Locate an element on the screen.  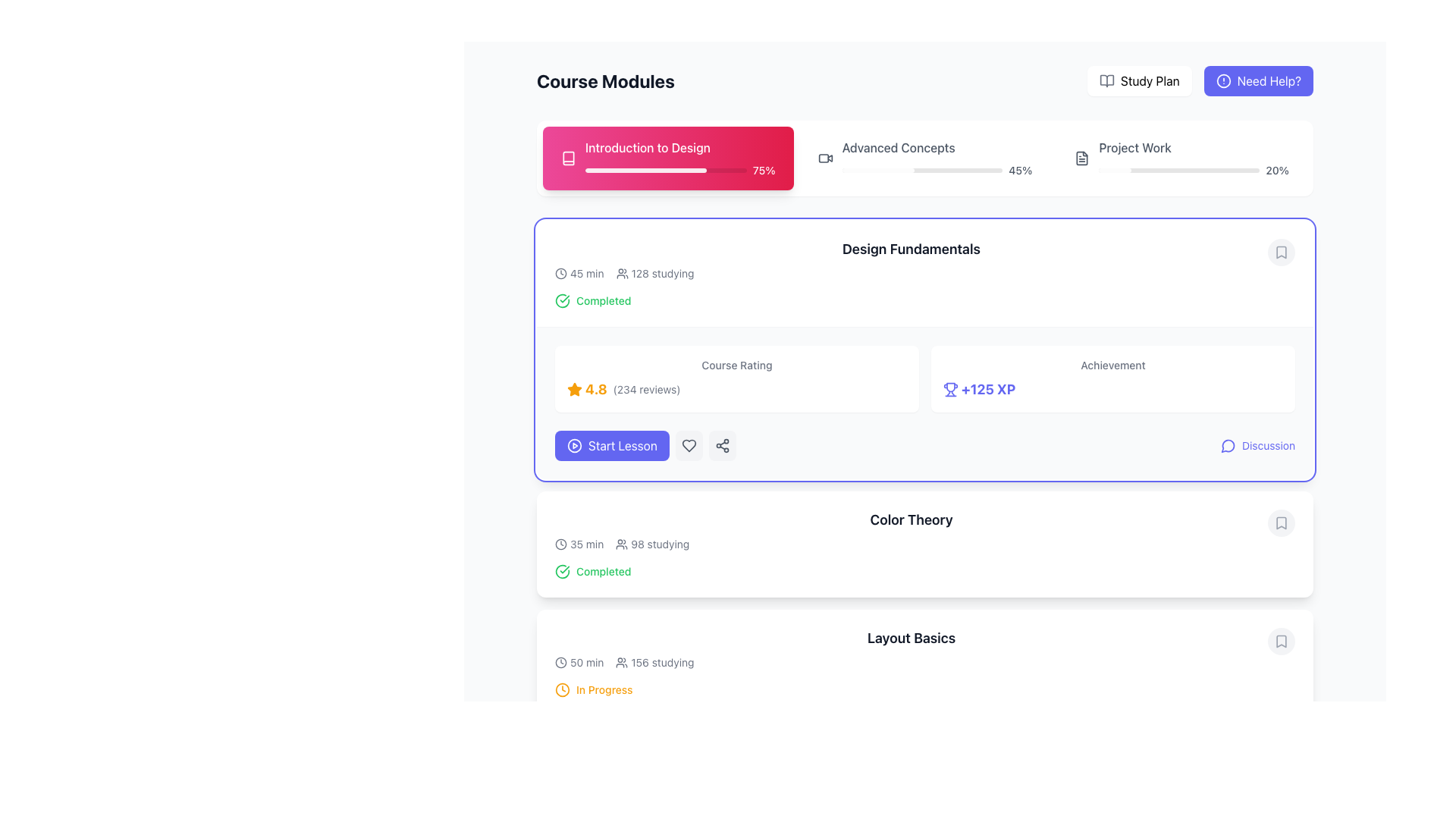
the achievement icon located immediately to the left of the '+125 XP' text in the 'Achievement' section of the 'Design Fundamentals' module is located at coordinates (949, 388).